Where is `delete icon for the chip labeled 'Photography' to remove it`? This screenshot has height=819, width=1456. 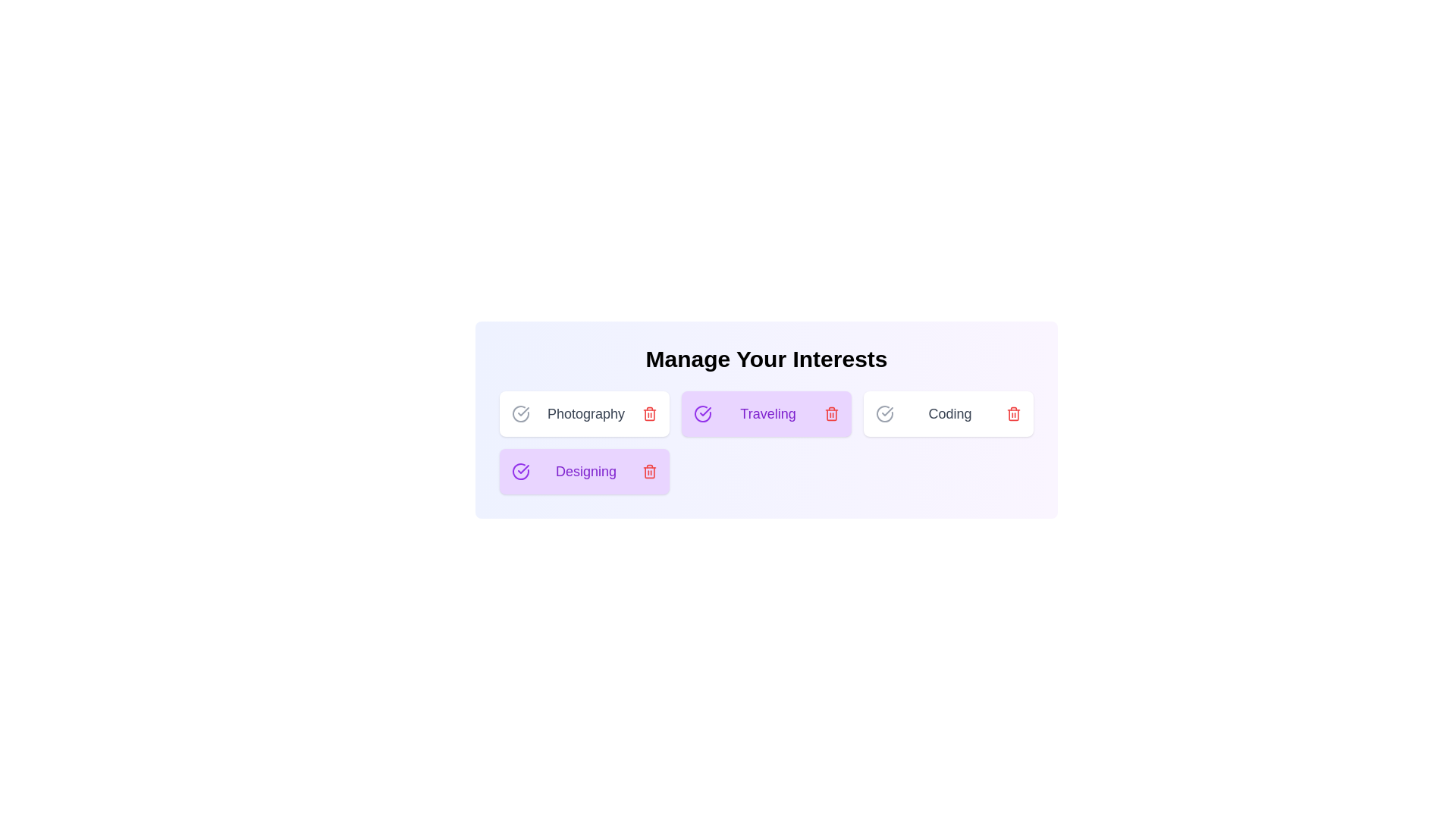 delete icon for the chip labeled 'Photography' to remove it is located at coordinates (650, 414).